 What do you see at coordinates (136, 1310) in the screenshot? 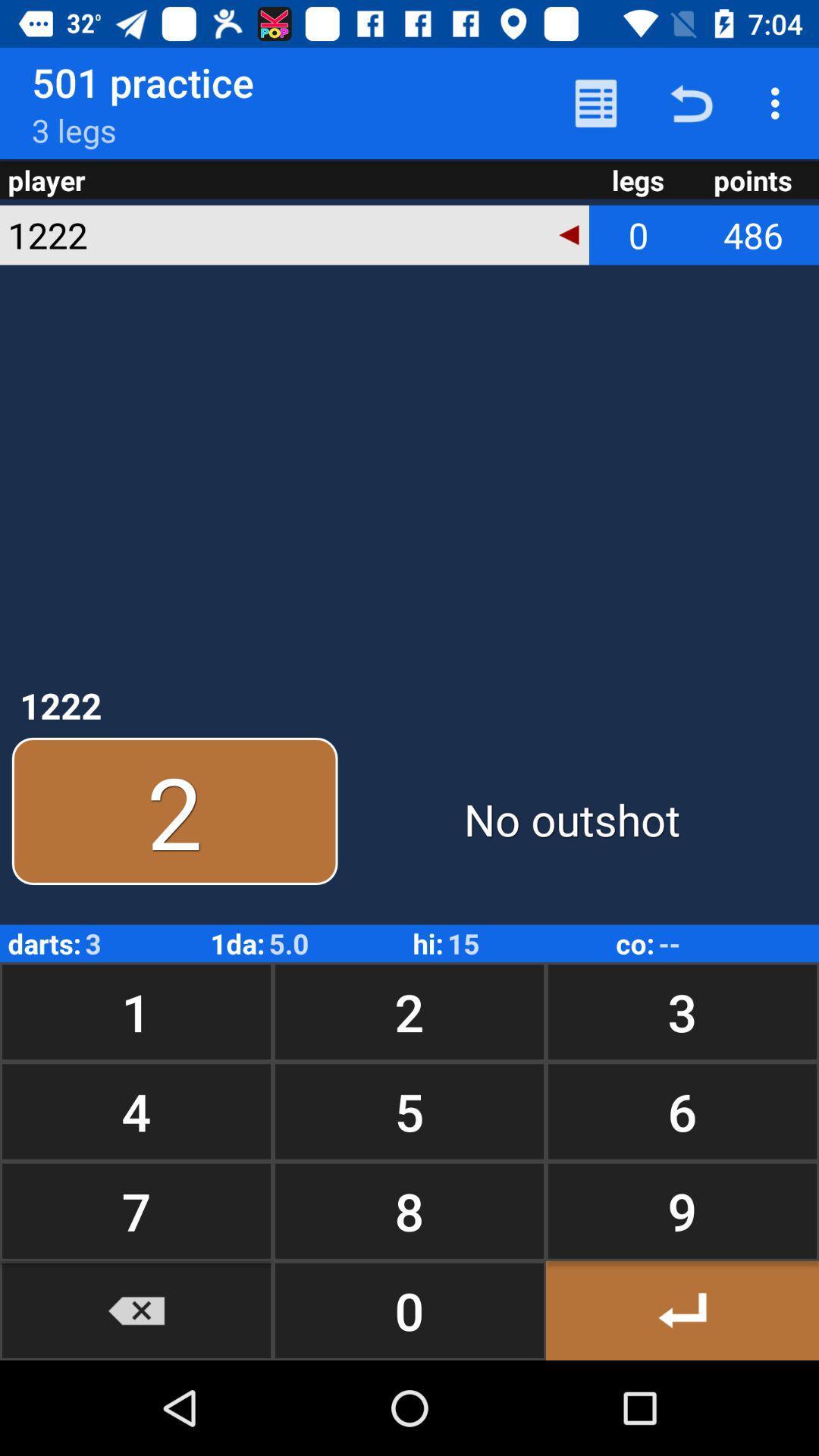
I see `item below 7 icon` at bounding box center [136, 1310].